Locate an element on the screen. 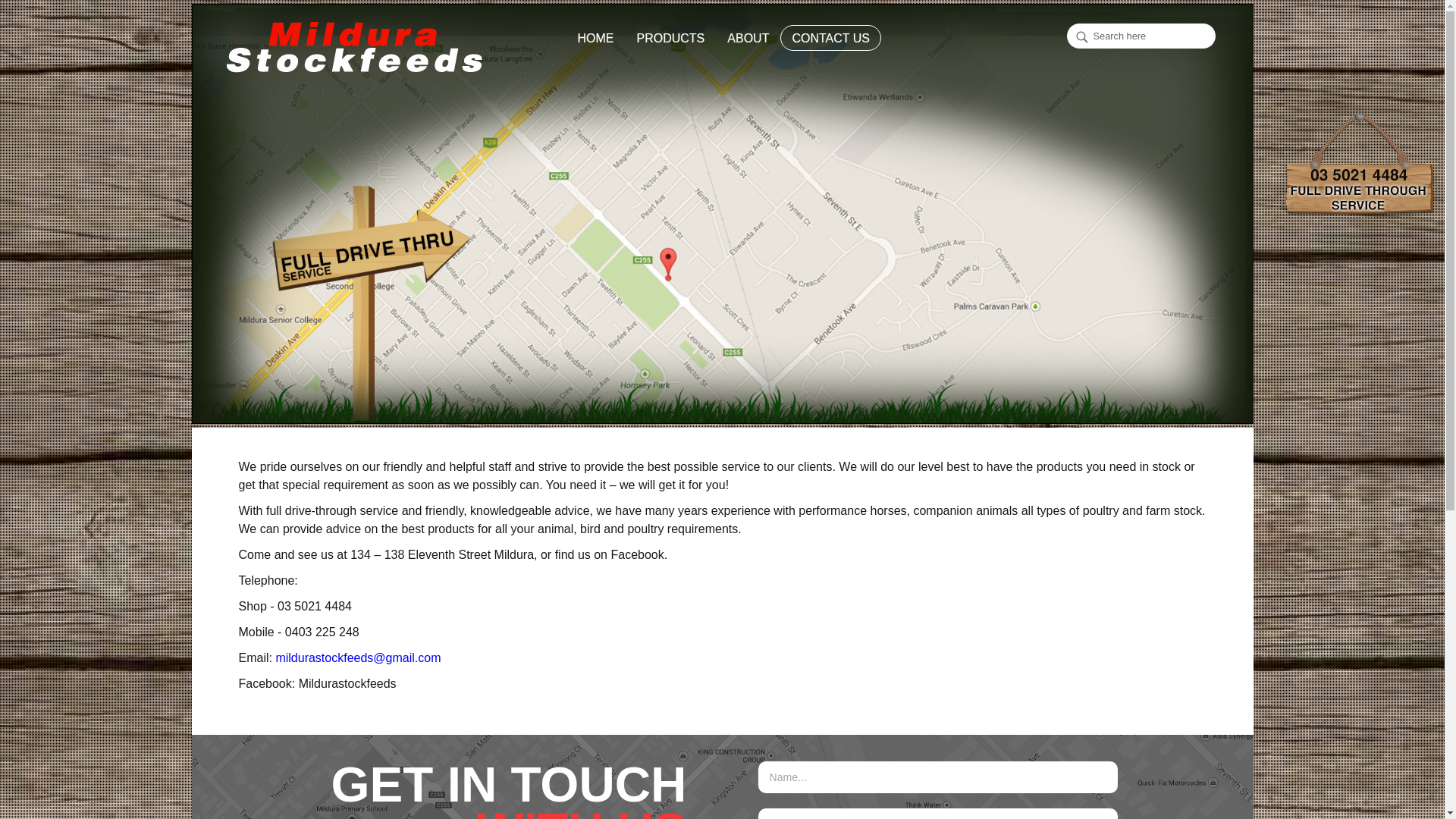  'PRODUCTS' is located at coordinates (670, 37).